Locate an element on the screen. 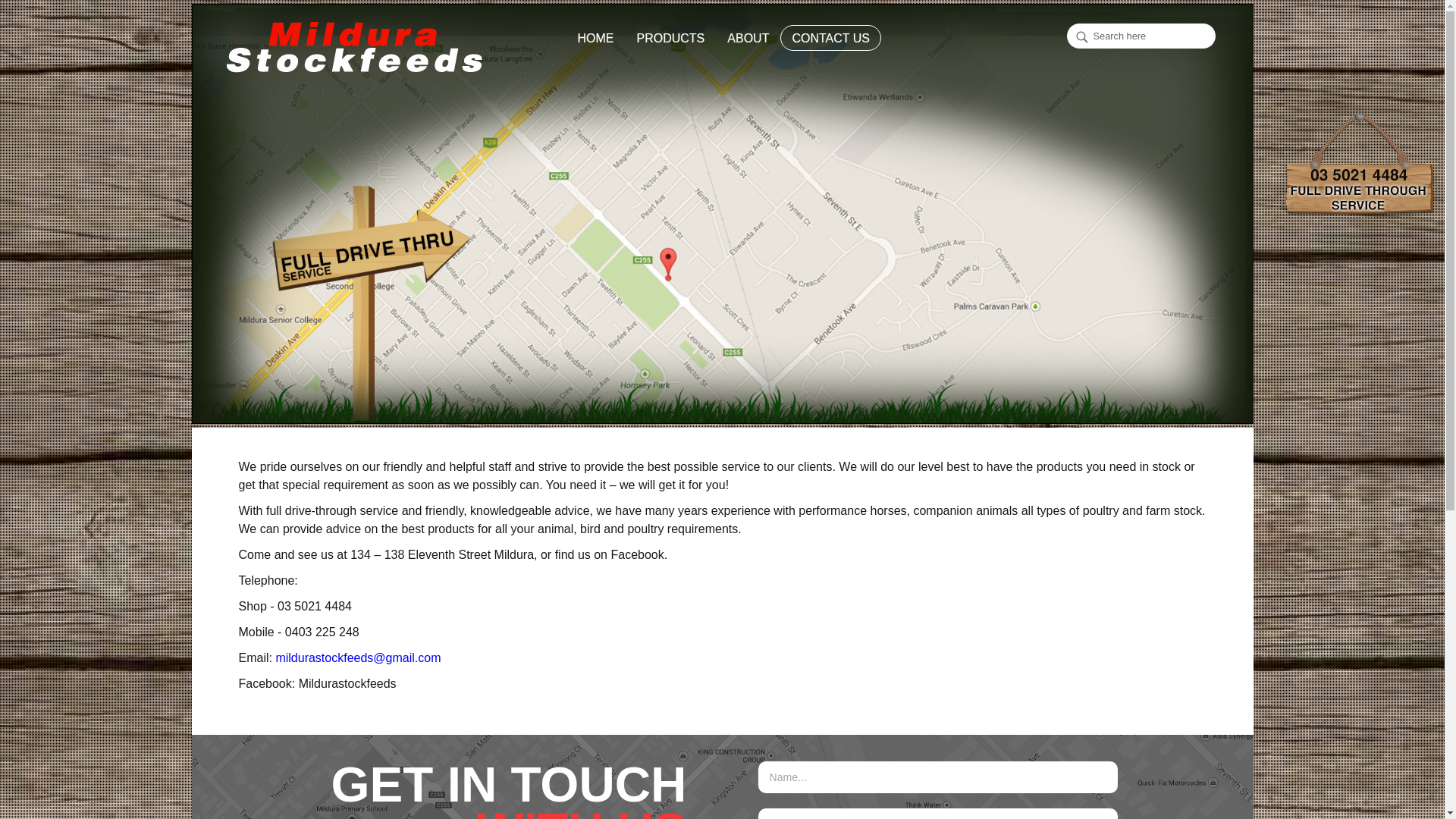  'PRODUCTS' is located at coordinates (670, 37).